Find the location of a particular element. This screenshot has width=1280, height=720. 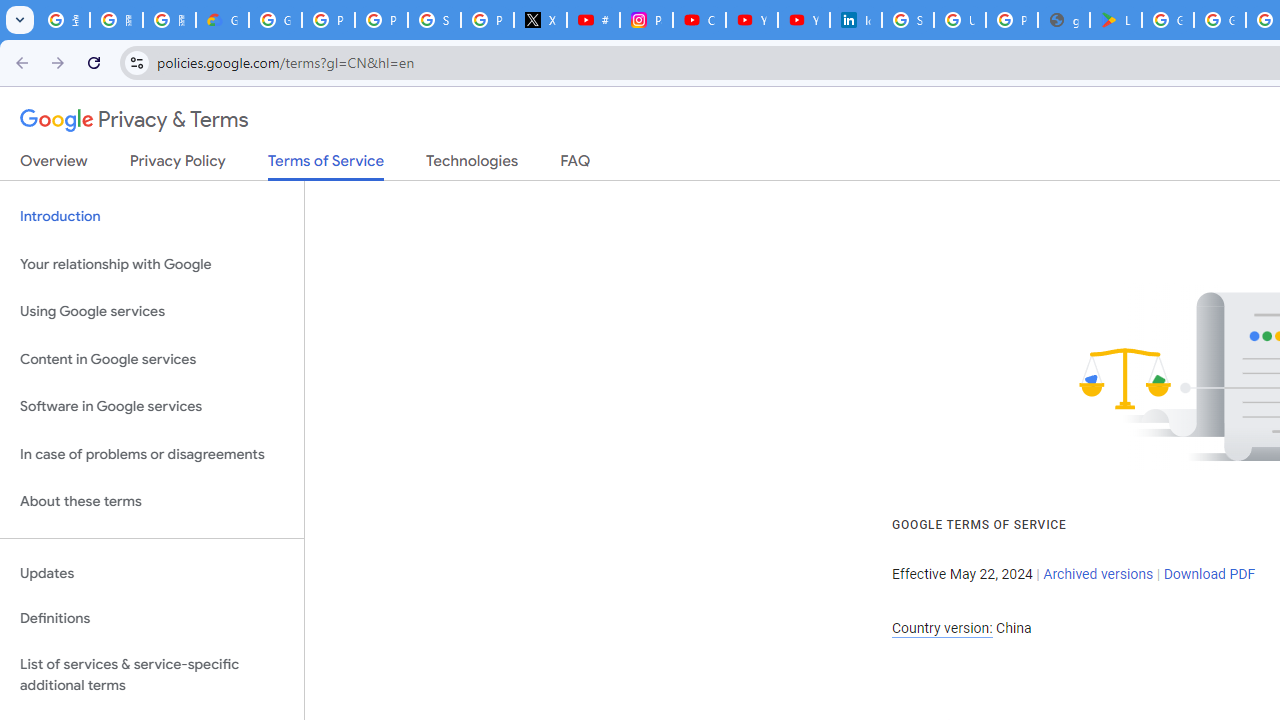

'Archived versions' is located at coordinates (1097, 574).